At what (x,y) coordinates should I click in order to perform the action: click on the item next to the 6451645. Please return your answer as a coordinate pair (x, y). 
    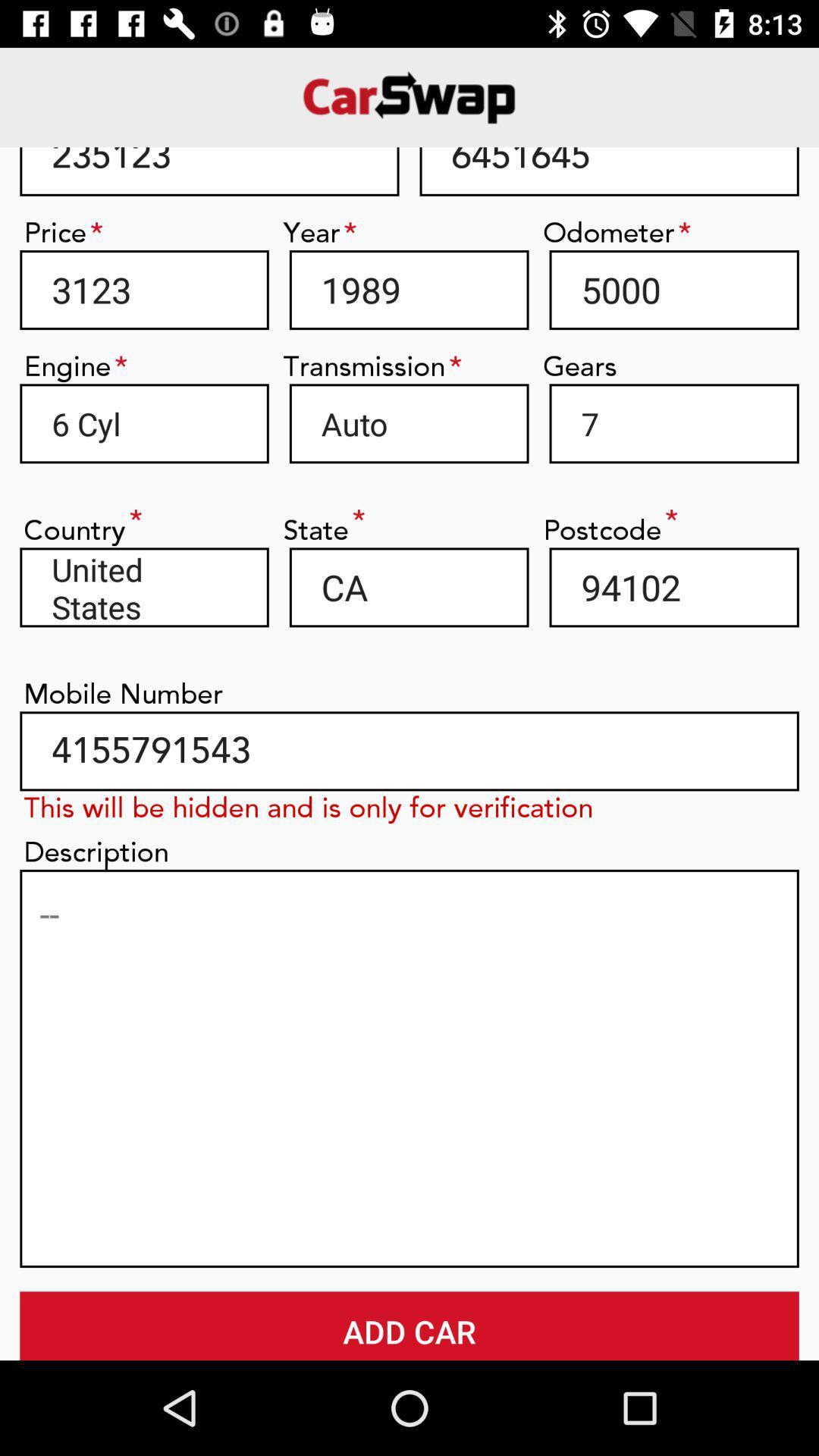
    Looking at the image, I should click on (209, 171).